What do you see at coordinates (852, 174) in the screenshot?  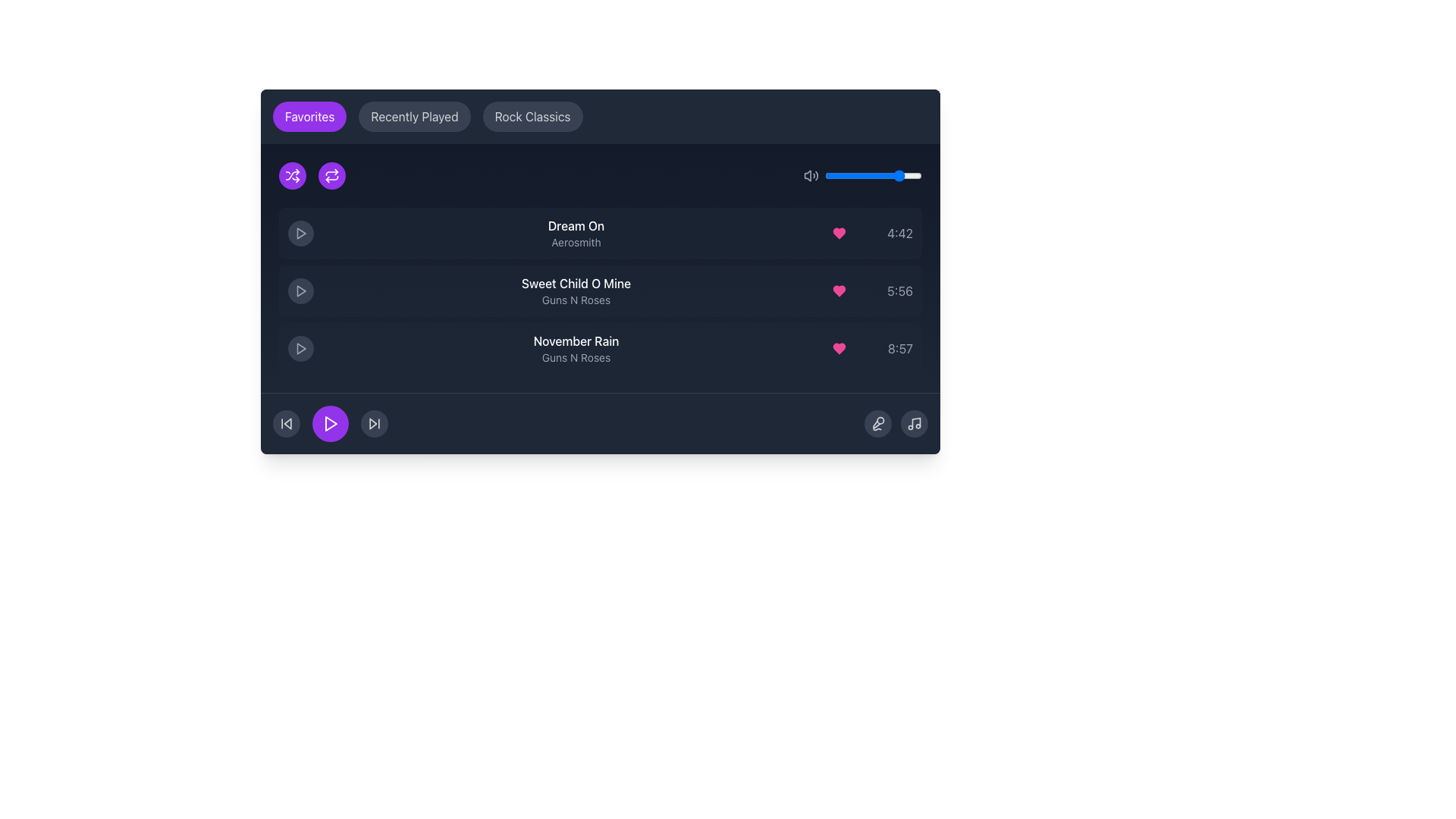 I see `the volume` at bounding box center [852, 174].